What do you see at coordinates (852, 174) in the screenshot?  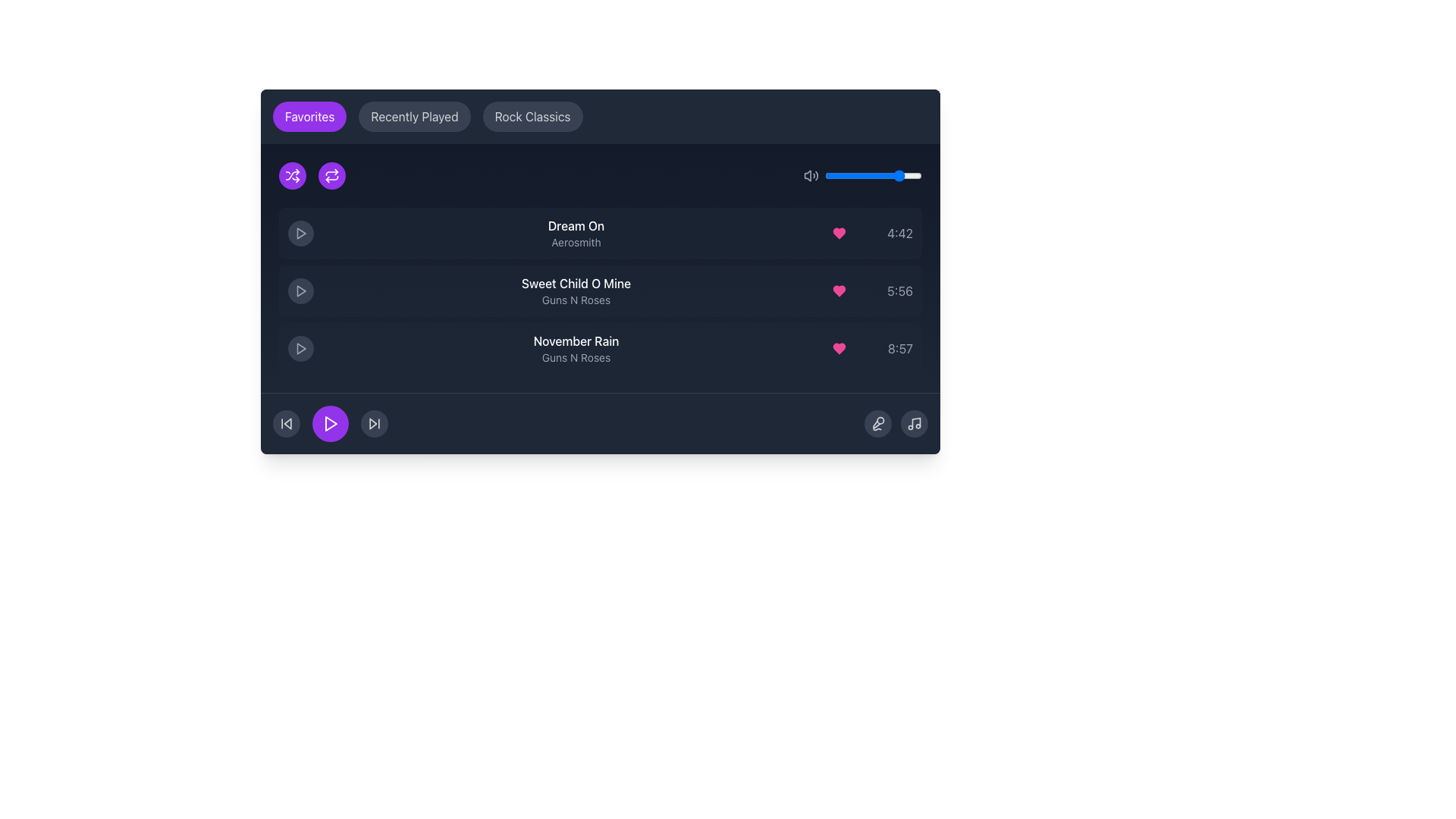 I see `the volume` at bounding box center [852, 174].